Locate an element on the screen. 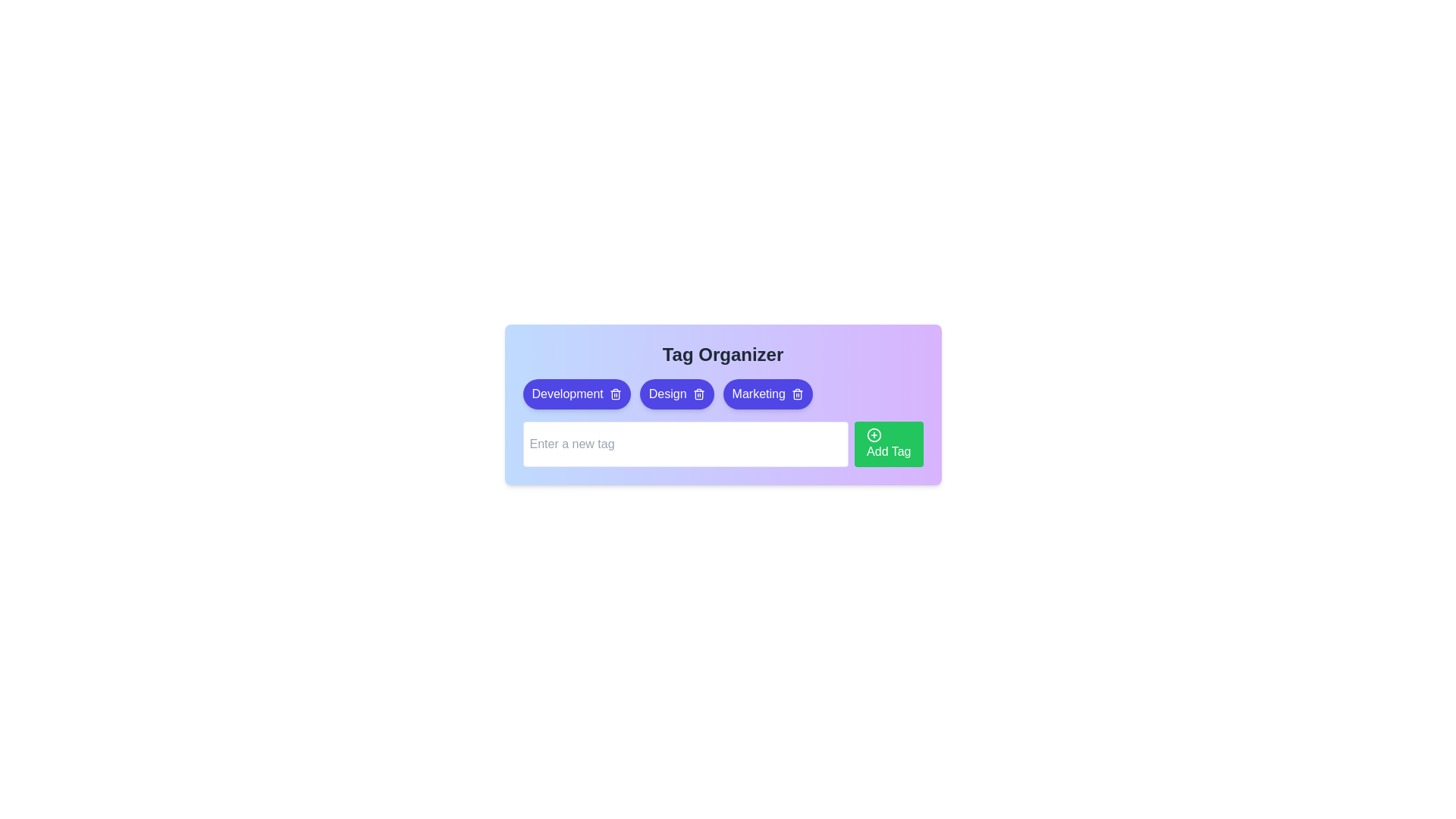  the 'Add Tag' button which contains a circular icon with a plus sign (+) in the center, styled with a green background is located at coordinates (874, 435).